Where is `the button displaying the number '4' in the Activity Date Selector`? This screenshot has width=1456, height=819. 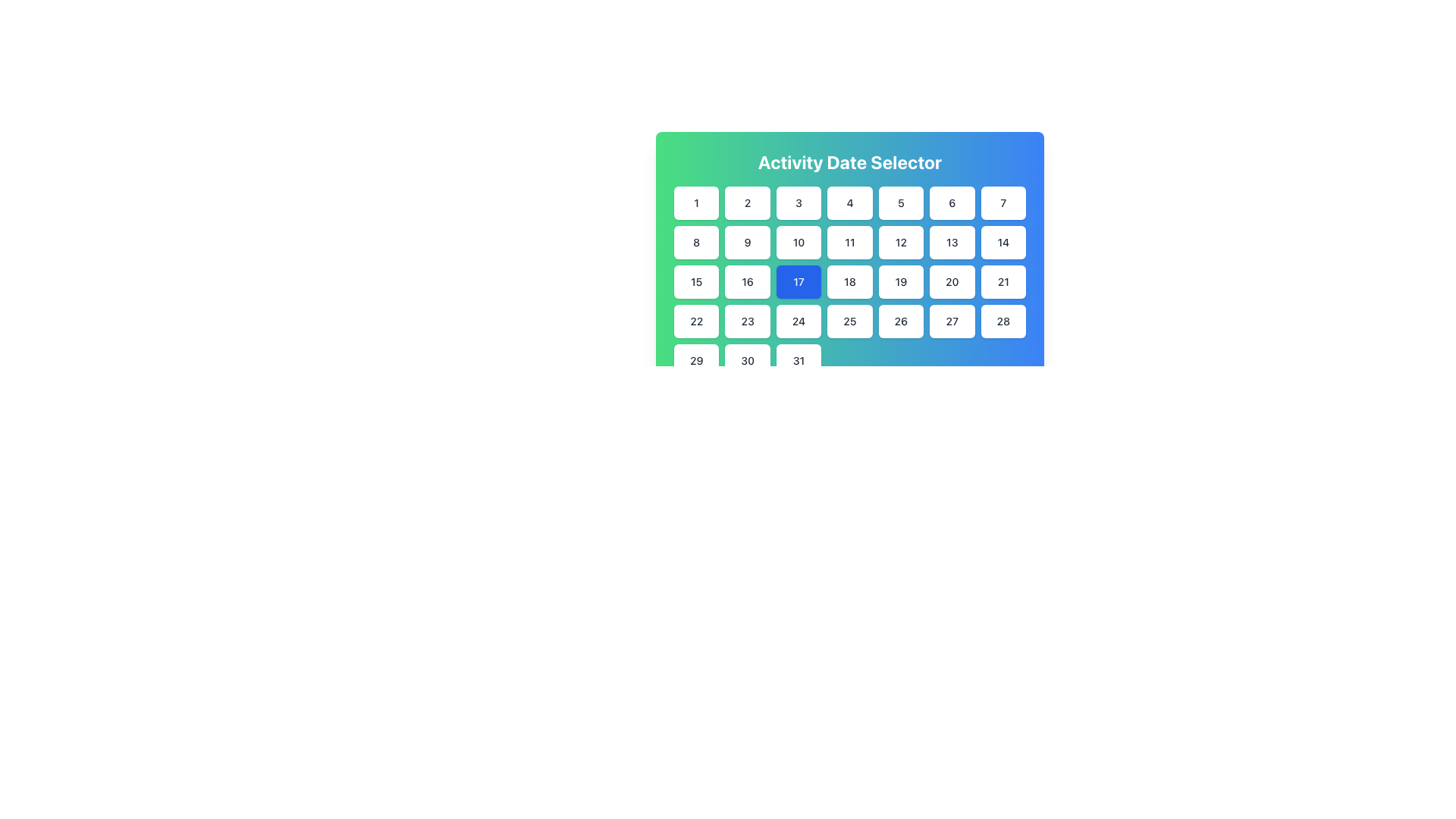 the button displaying the number '4' in the Activity Date Selector is located at coordinates (849, 202).